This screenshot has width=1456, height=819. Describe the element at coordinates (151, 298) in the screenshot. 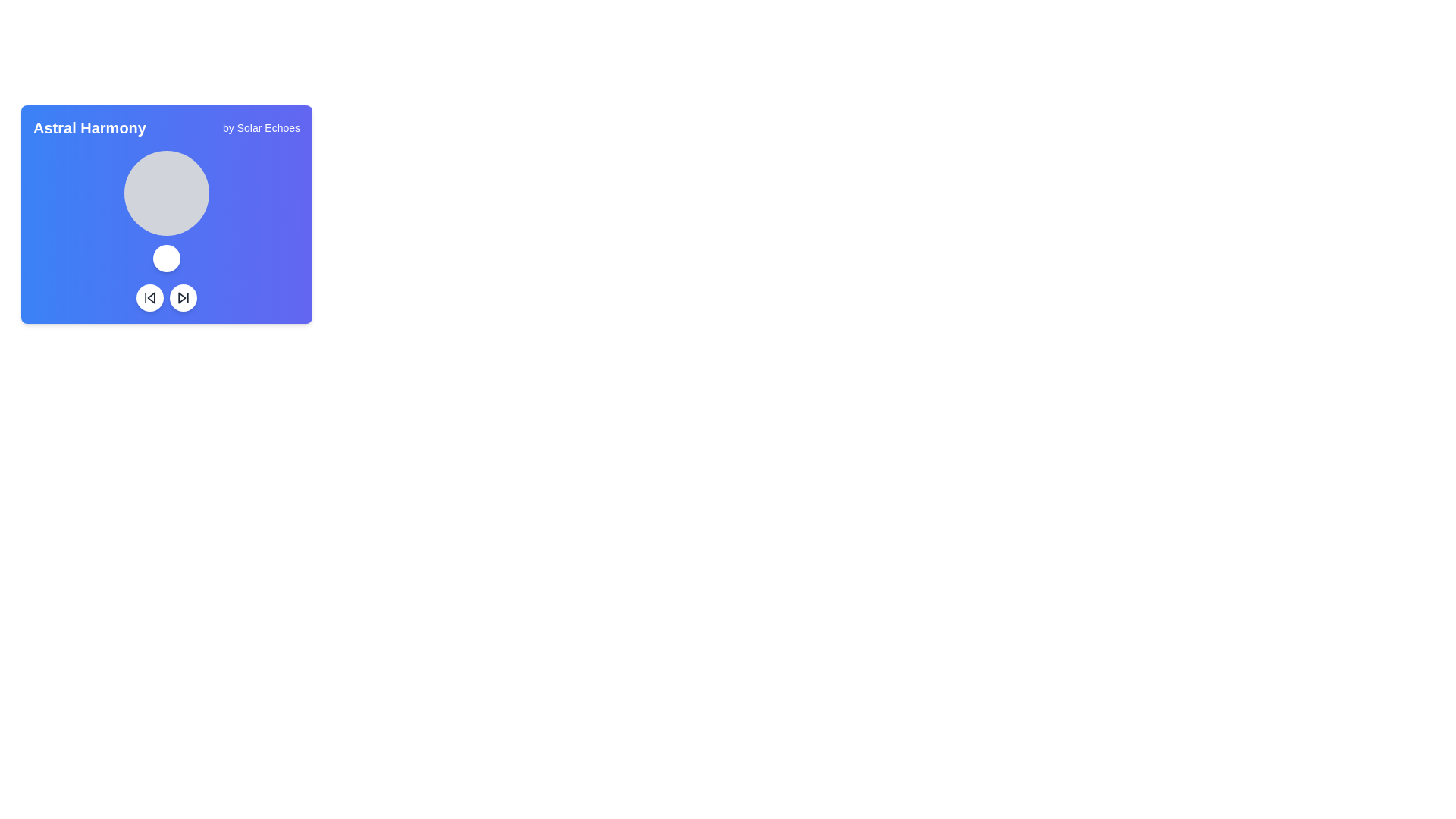

I see `the backward skip button represented by a triangular icon within a circular button located at the lower-left section of the interface` at that location.